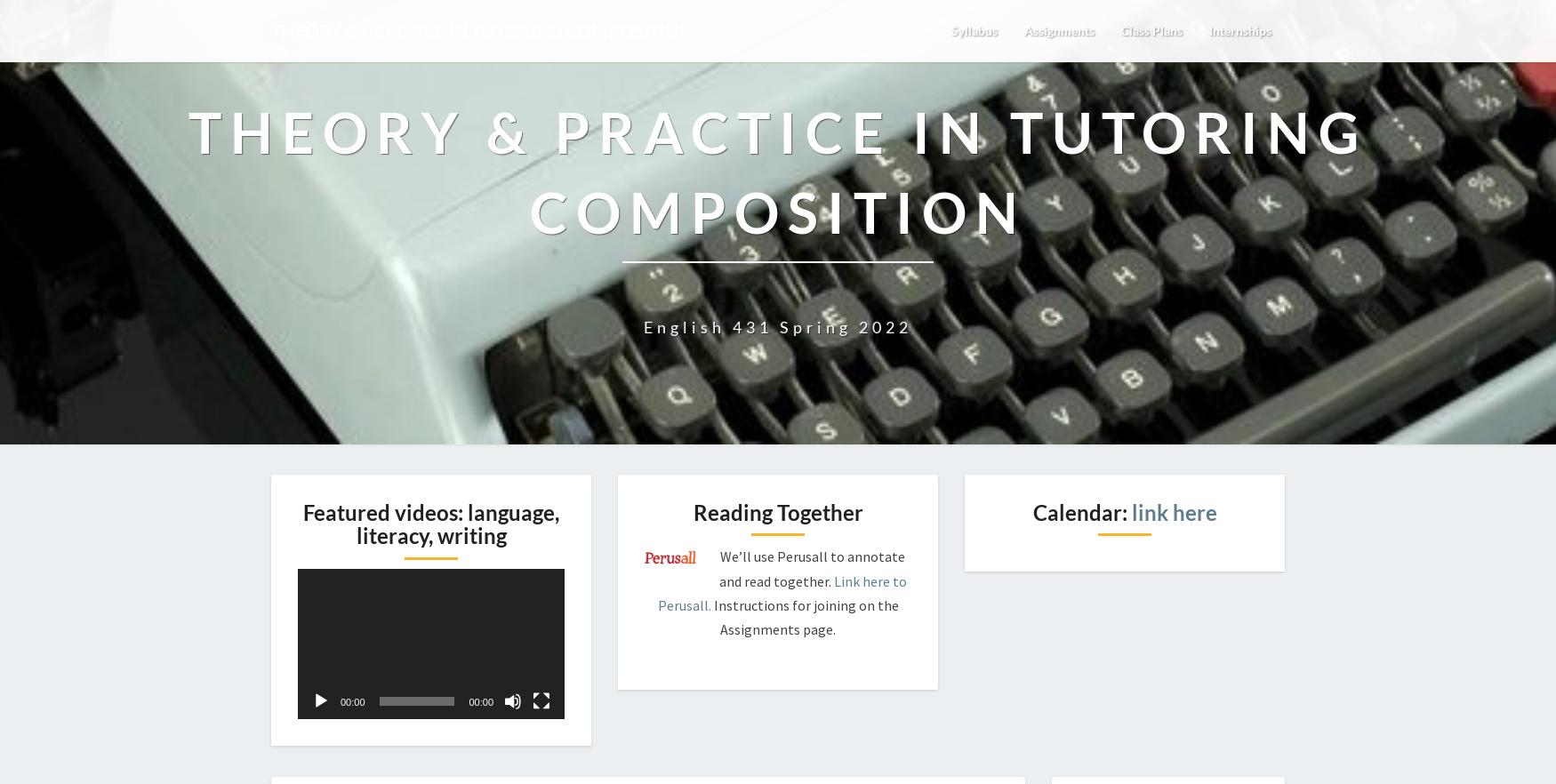 The image size is (1556, 784). Describe the element at coordinates (657, 591) in the screenshot. I see `'Link here to Perusall.'` at that location.